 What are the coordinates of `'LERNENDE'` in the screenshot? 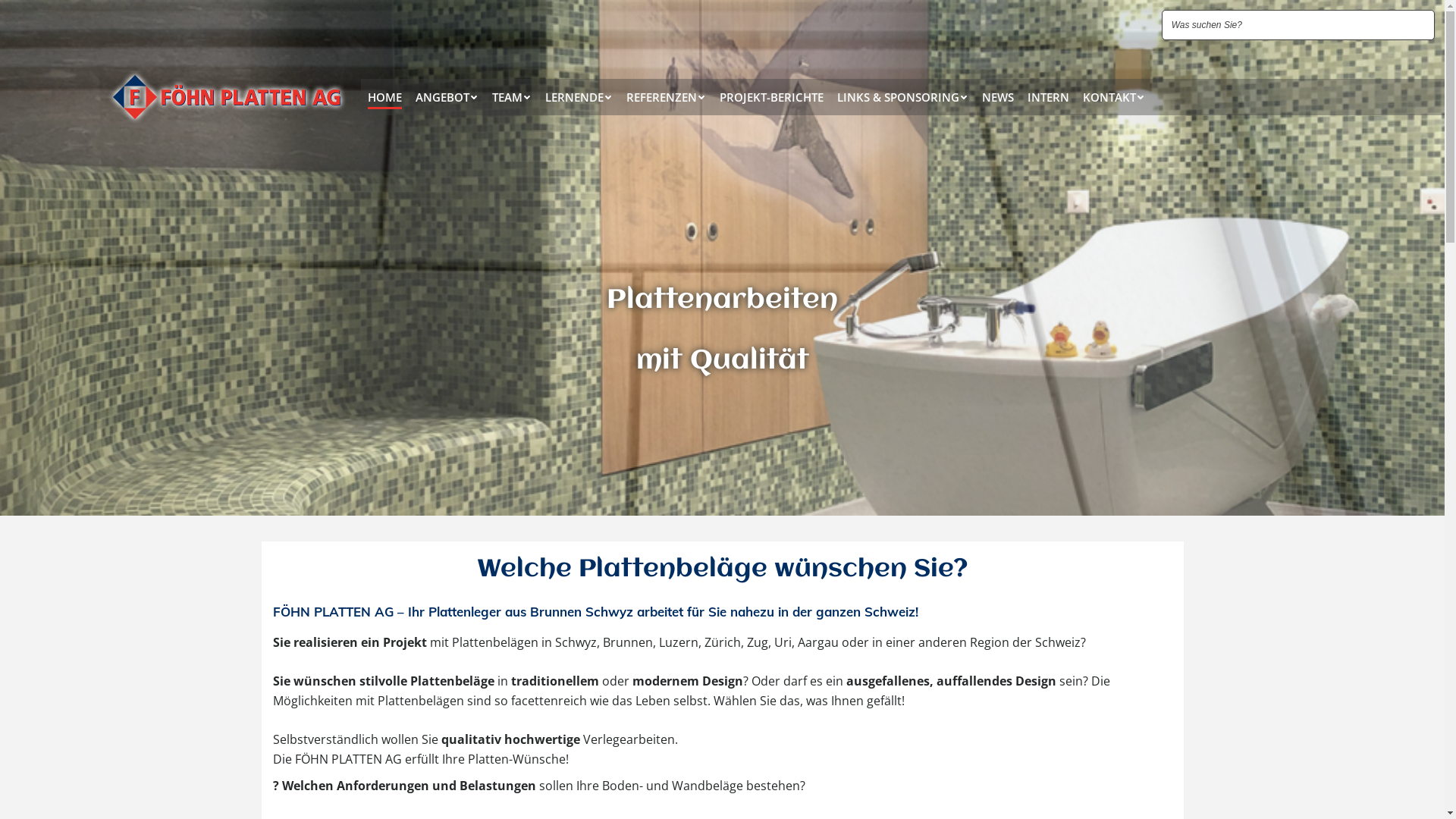 It's located at (578, 97).